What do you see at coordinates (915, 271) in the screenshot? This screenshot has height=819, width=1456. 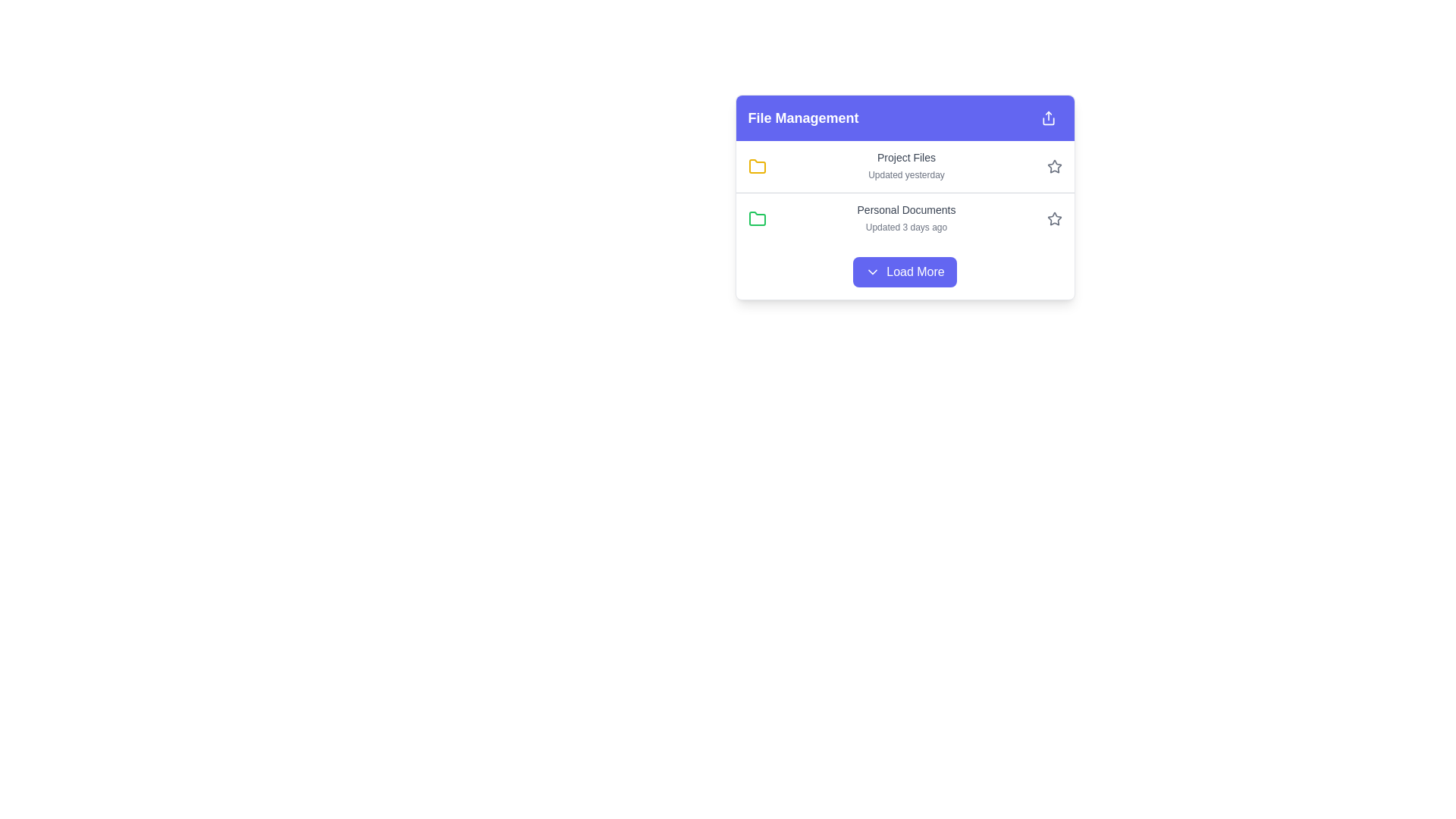 I see `the 'Load More' button, which is styled in white text on a blue background and located at the bottom of the UI component` at bounding box center [915, 271].